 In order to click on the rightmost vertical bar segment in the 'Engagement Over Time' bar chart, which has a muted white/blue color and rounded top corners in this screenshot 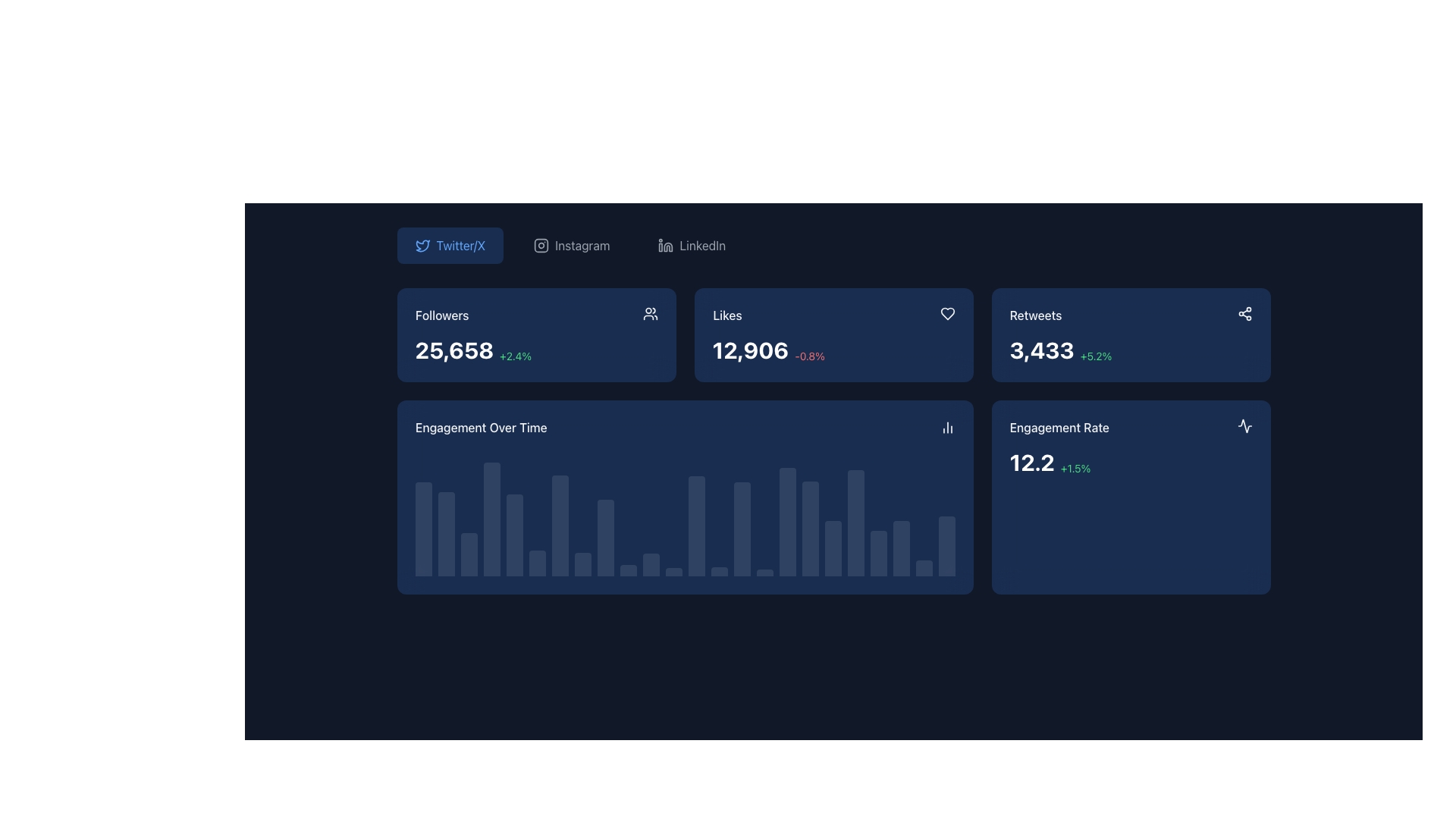, I will do `click(946, 546)`.